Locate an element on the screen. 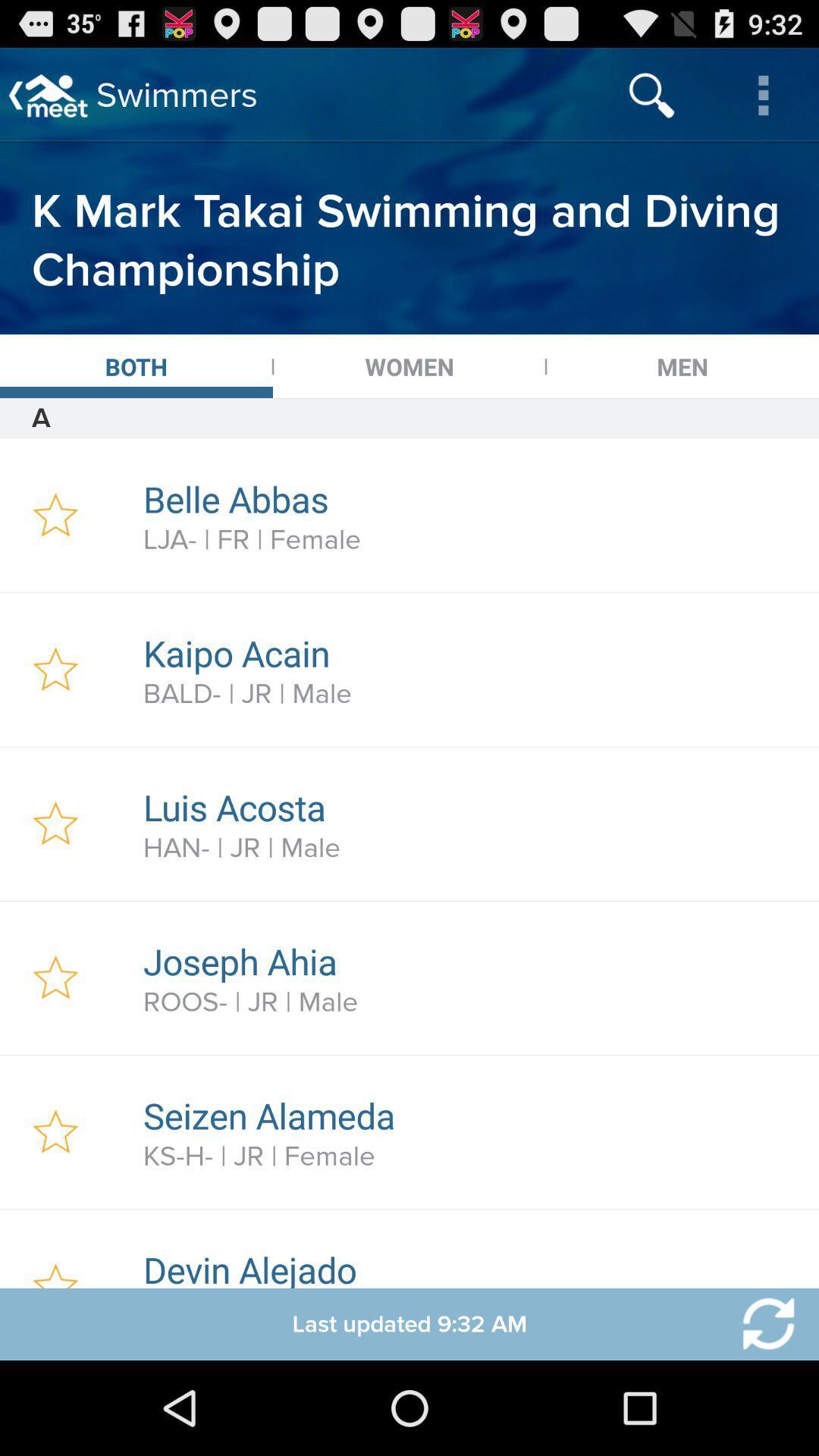 Image resolution: width=819 pixels, height=1456 pixels. icon below the k mark takai item is located at coordinates (136, 366).